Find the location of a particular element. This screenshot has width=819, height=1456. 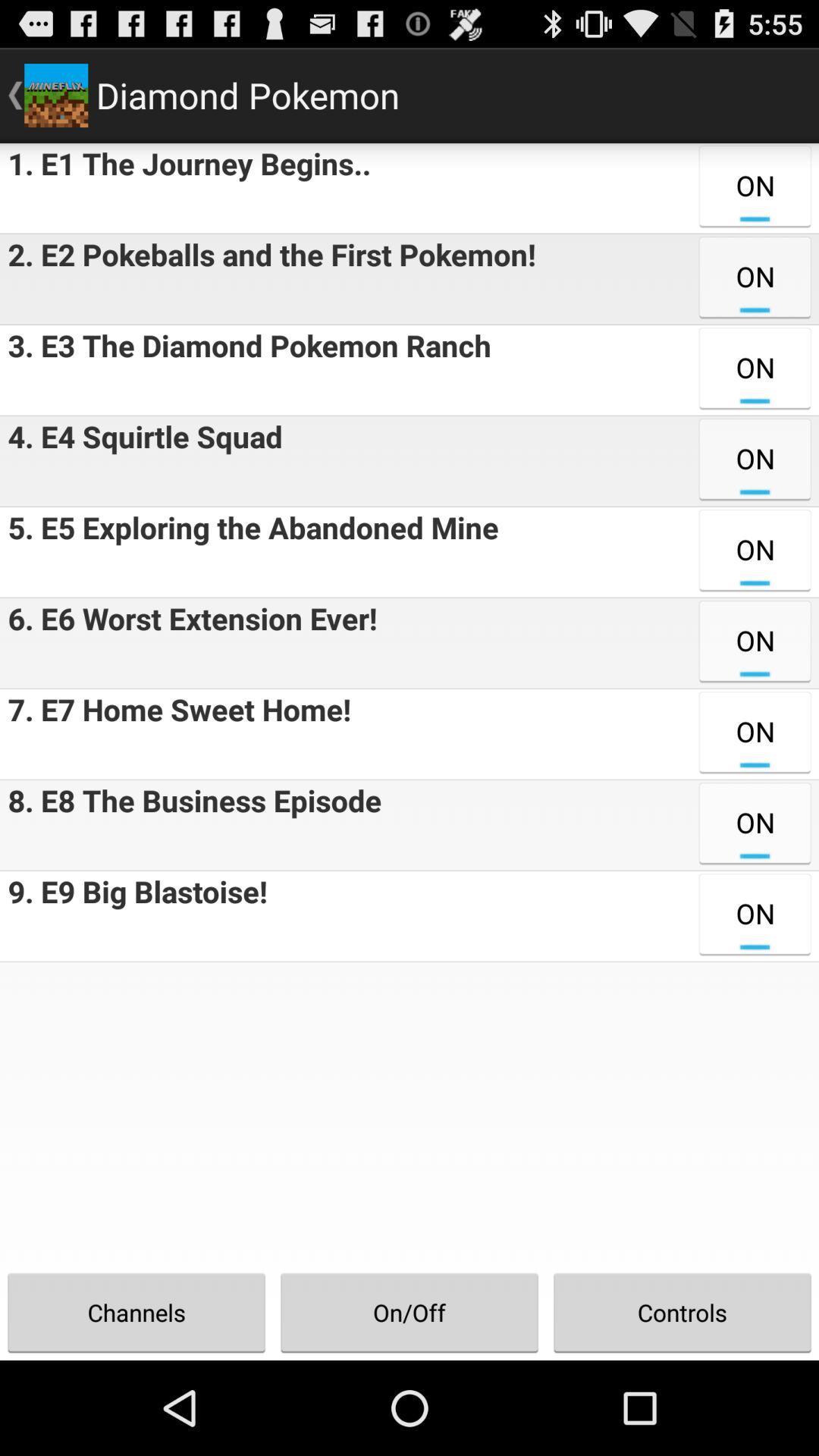

the app below the 2 e2 pokeballs item is located at coordinates (245, 370).